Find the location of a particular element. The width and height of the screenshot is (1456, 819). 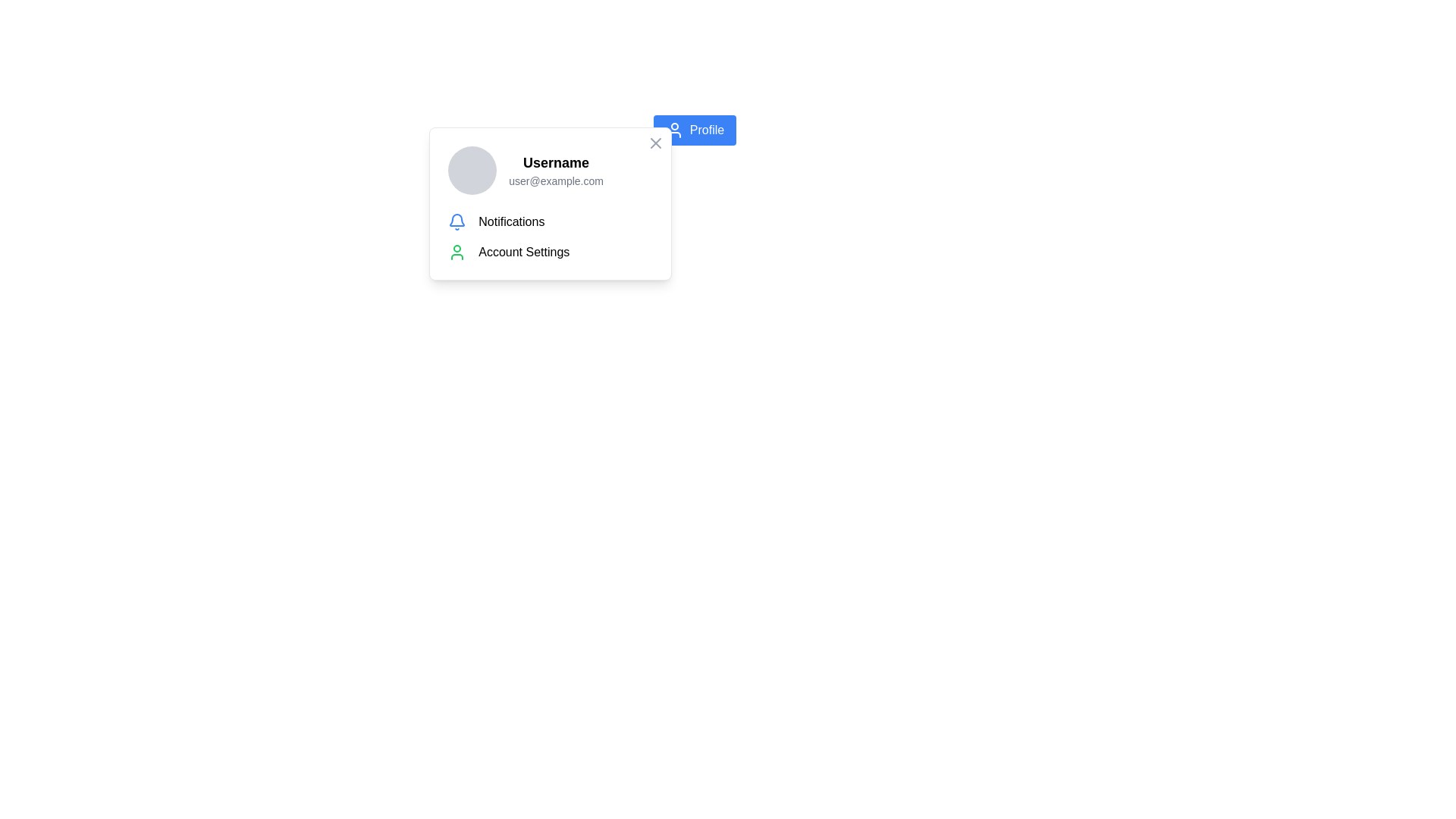

the close button (icon-based) located at the top right corner of the user profile card is located at coordinates (656, 143).